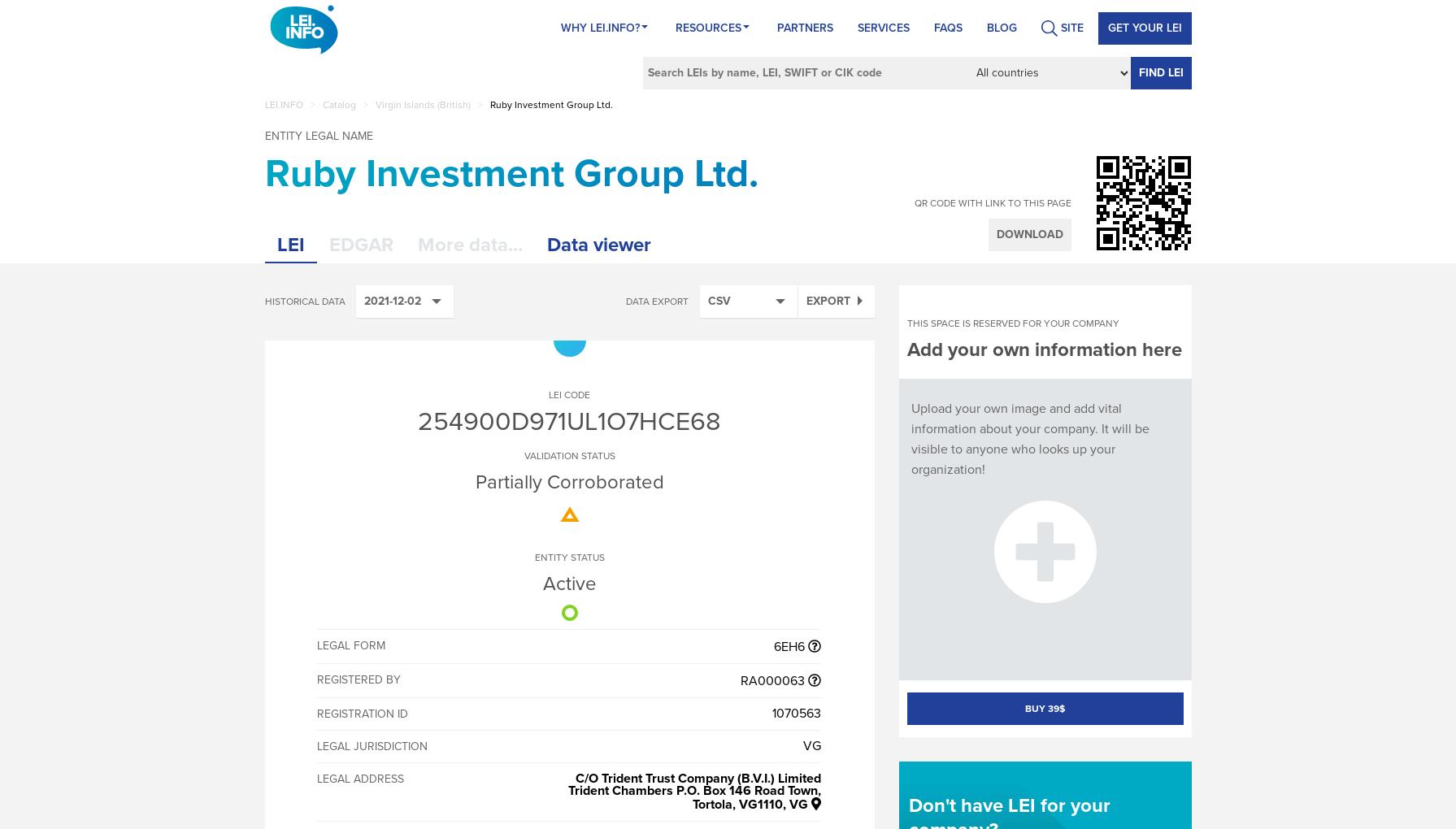 The height and width of the screenshot is (829, 1456). I want to click on 'PLAIN TEXT', so click(737, 529).